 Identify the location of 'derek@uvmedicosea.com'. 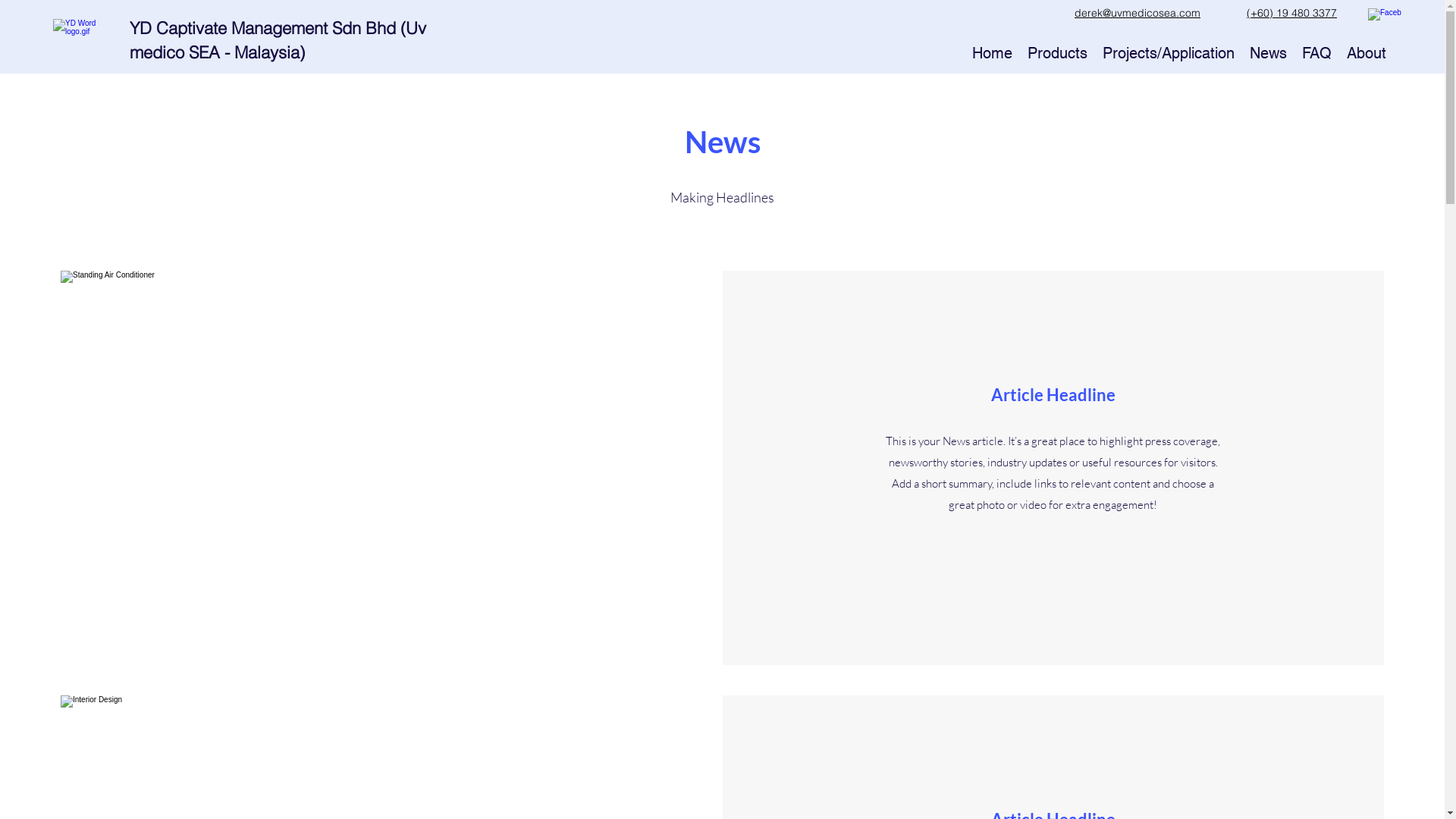
(1137, 12).